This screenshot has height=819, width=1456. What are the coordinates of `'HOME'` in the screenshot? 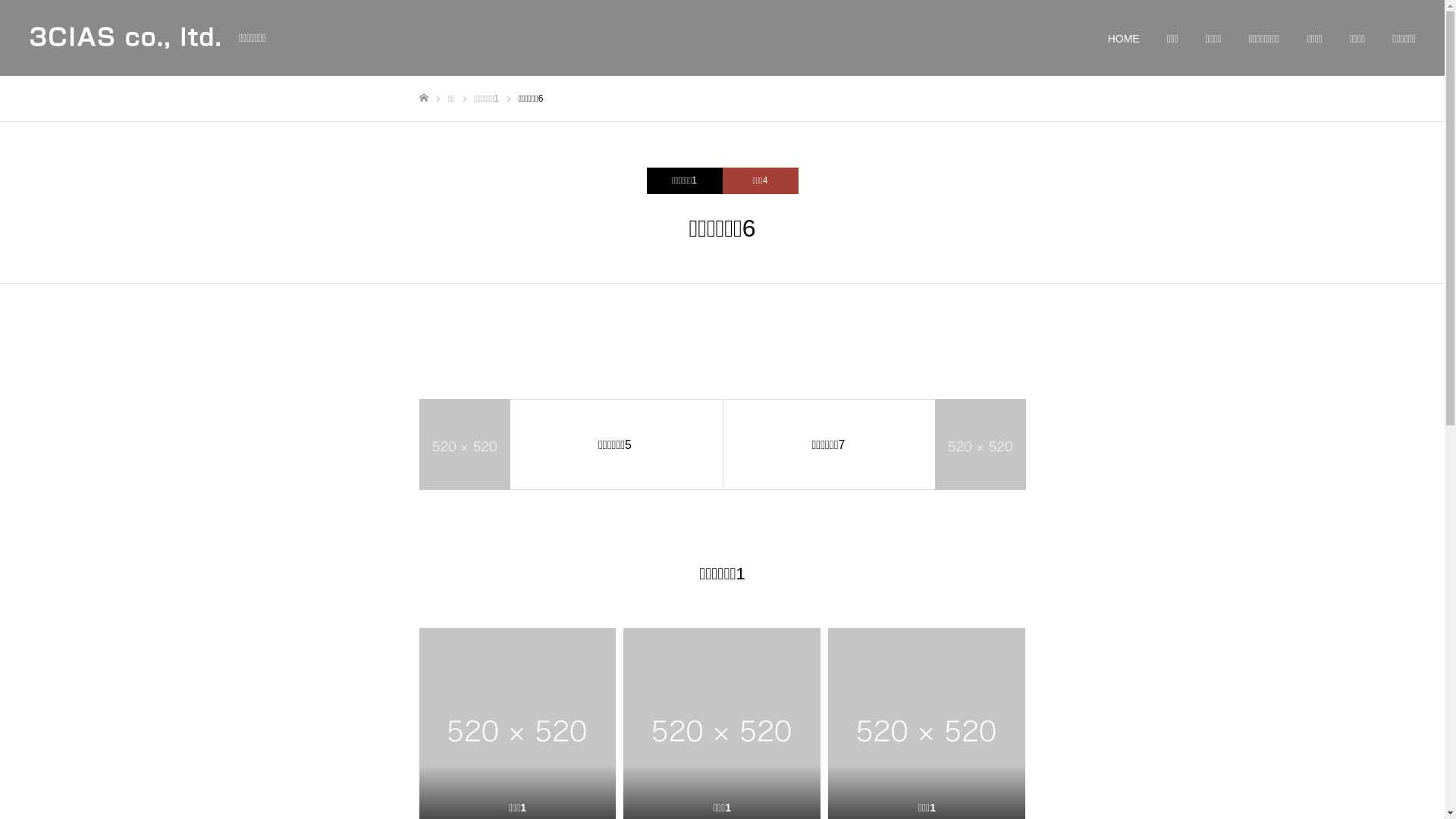 It's located at (1124, 37).